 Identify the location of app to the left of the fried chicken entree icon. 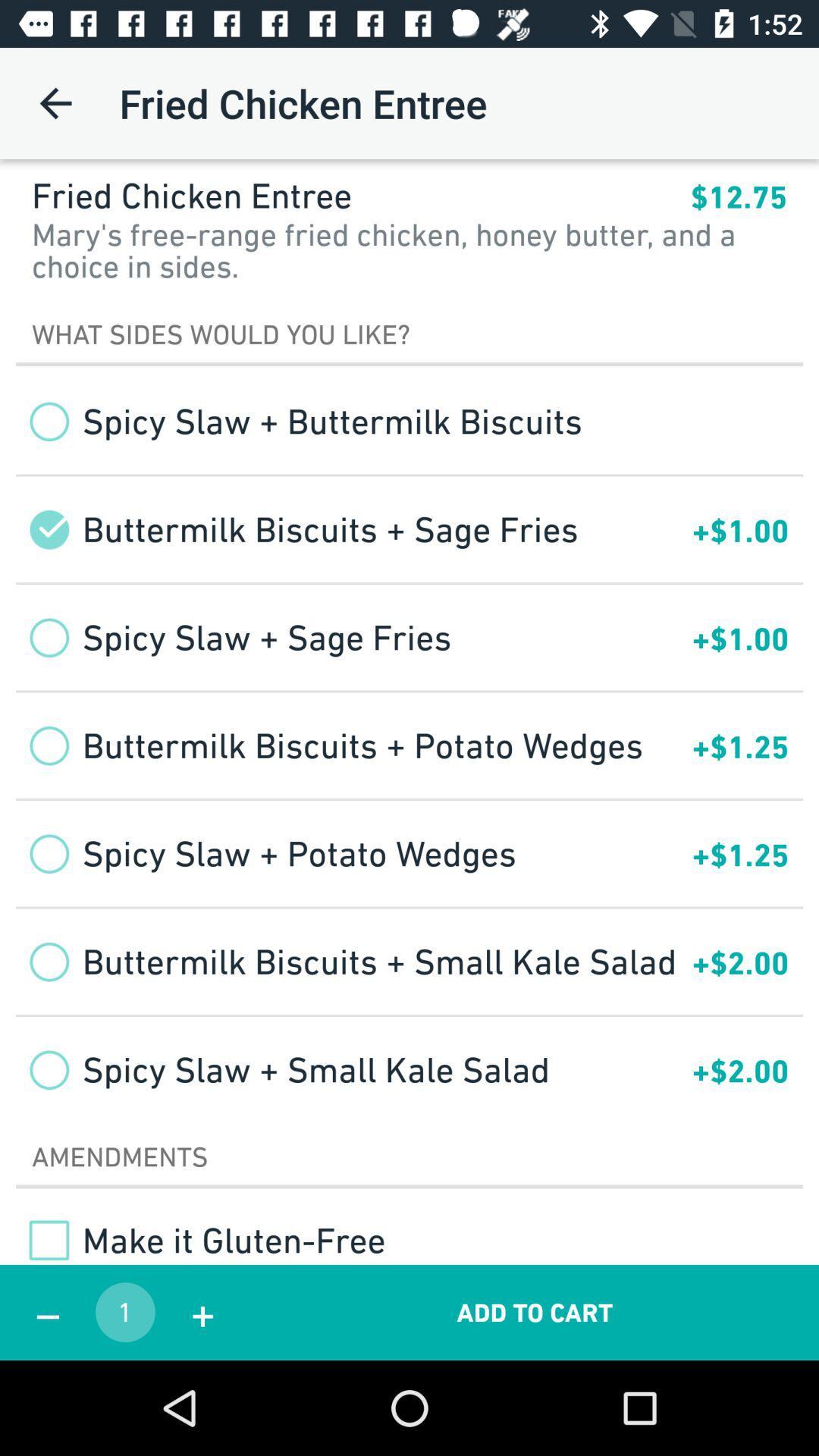
(55, 102).